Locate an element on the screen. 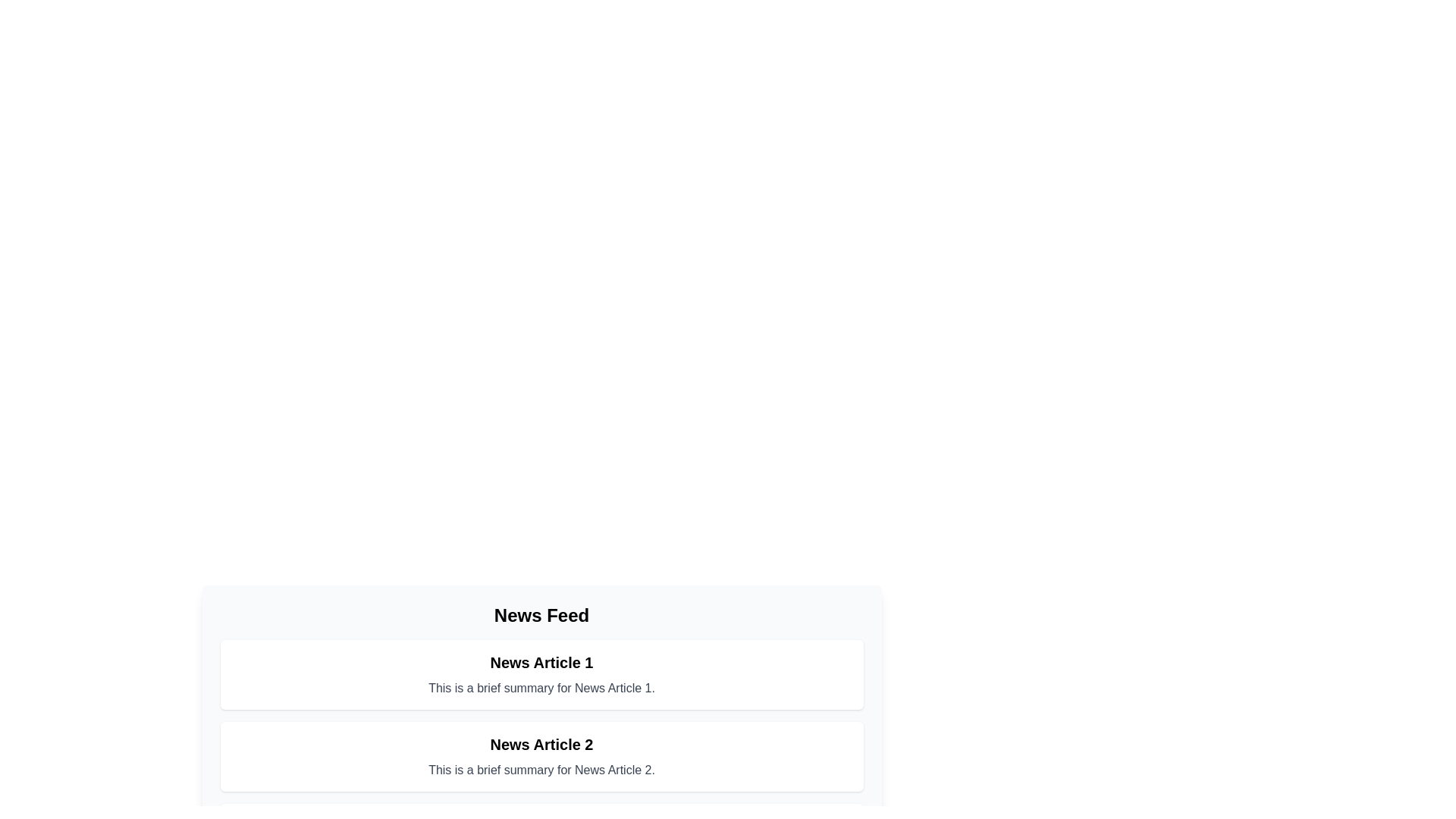 Image resolution: width=1456 pixels, height=819 pixels. the static text label that serves as a summary or description for the corresponding article, located directly below the title 'News Article 2' in the 'News Feed' interface is located at coordinates (541, 770).